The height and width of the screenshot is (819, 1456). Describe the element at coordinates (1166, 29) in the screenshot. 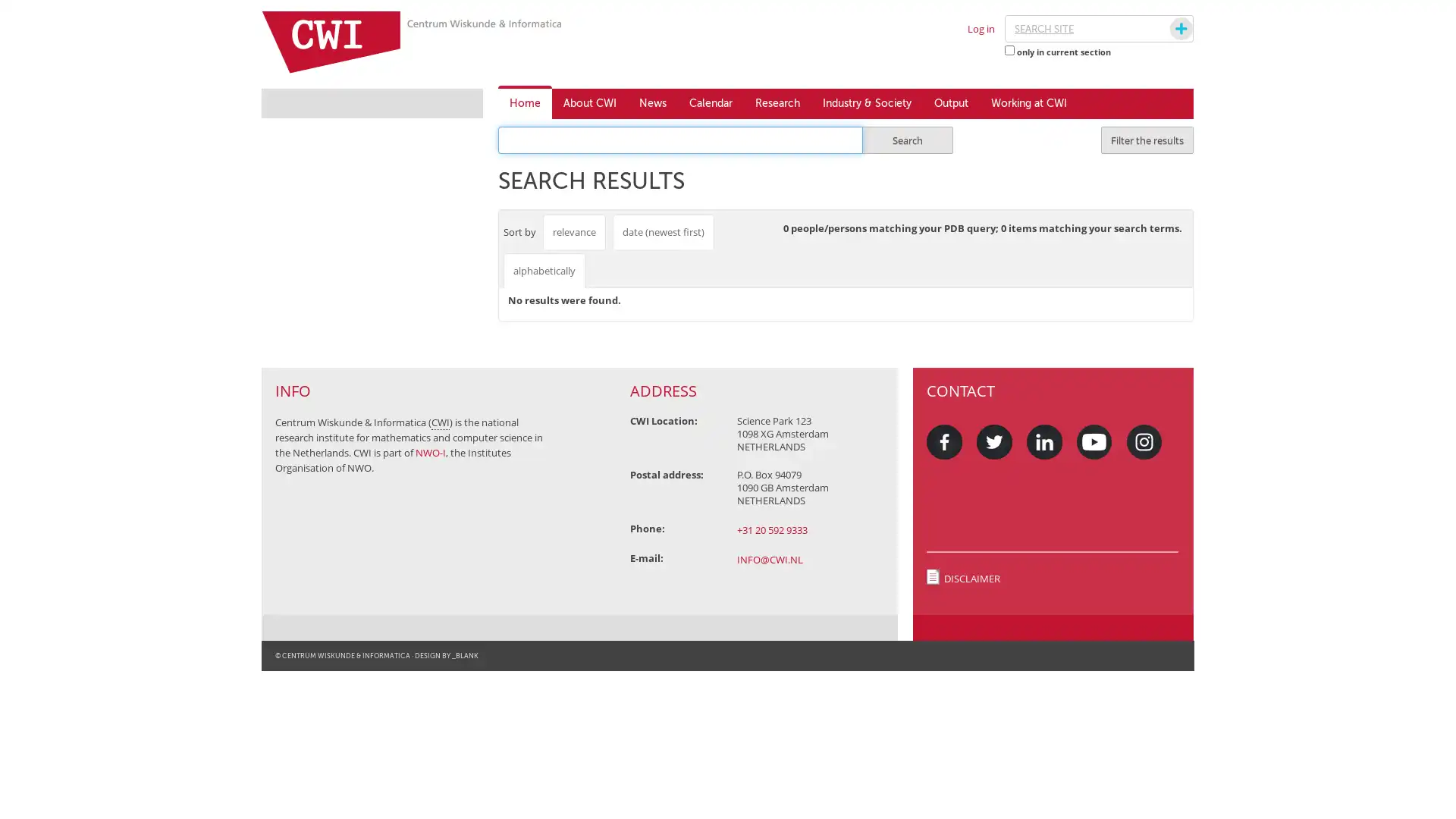

I see `Search` at that location.